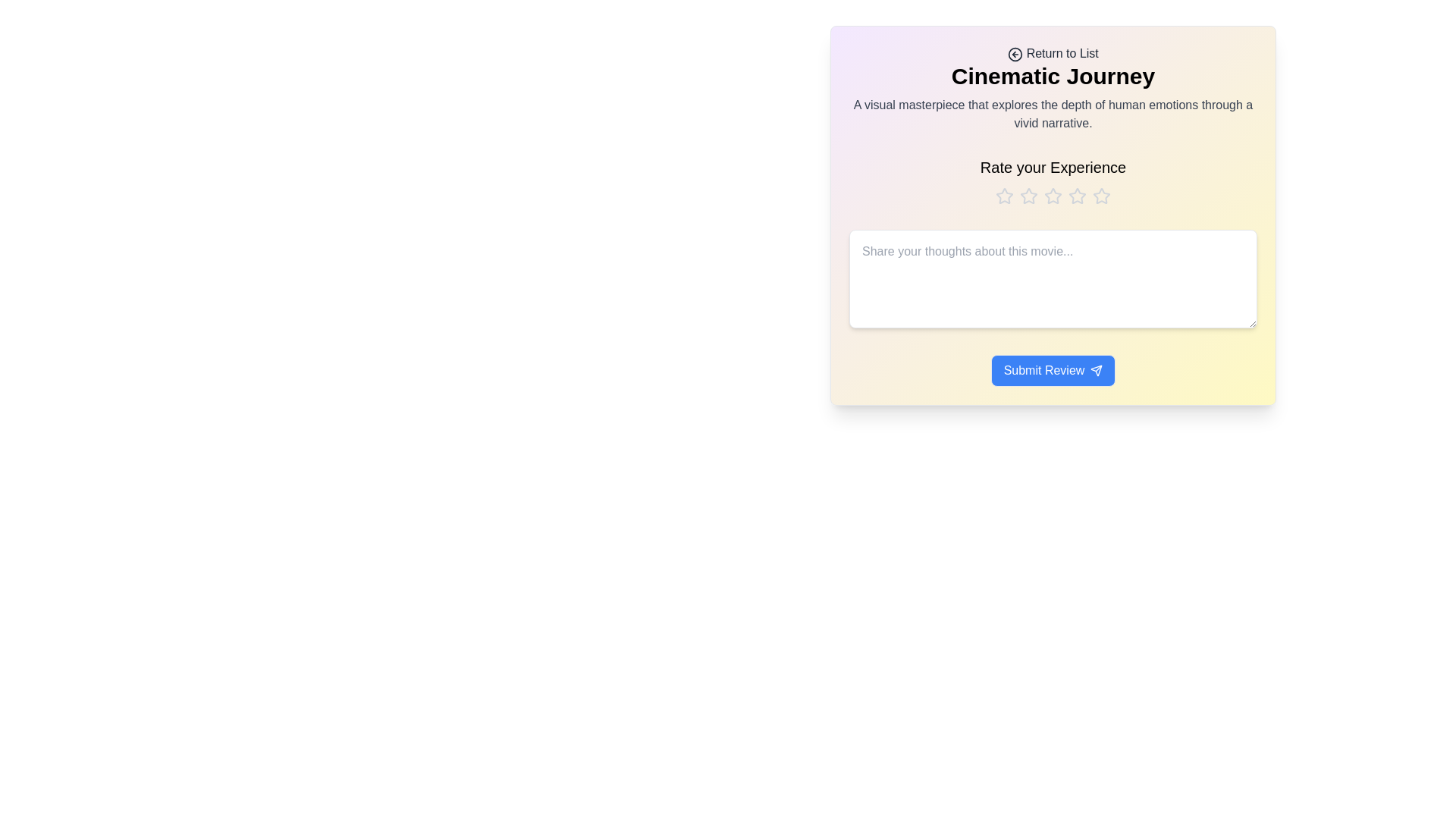 The height and width of the screenshot is (819, 1456). I want to click on the 'Return to List' hyperlink styled as a button located at the top-left of the card interface, so click(1052, 52).